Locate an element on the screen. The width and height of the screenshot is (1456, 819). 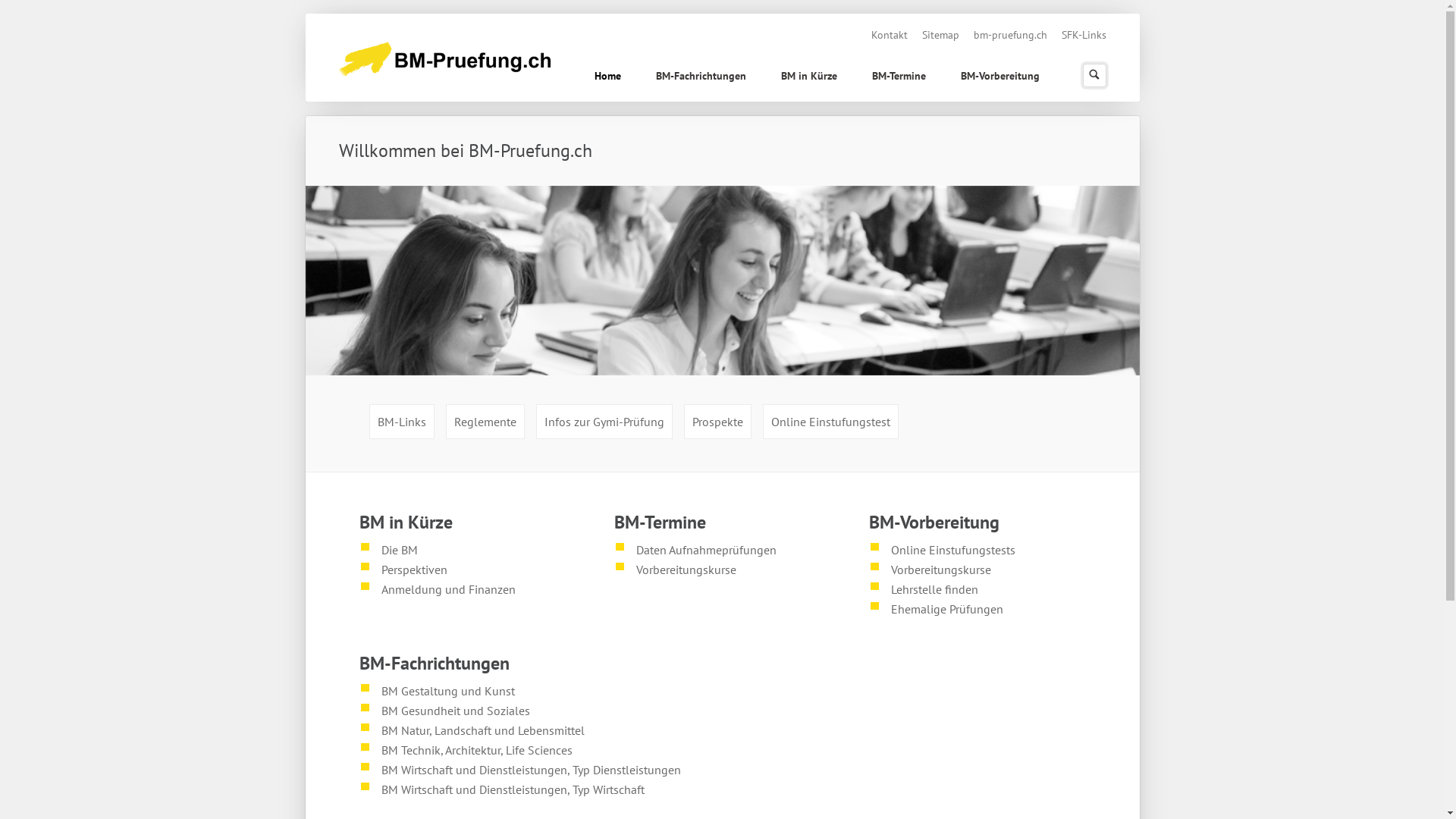
'Online Einstufungstests' is located at coordinates (891, 550).